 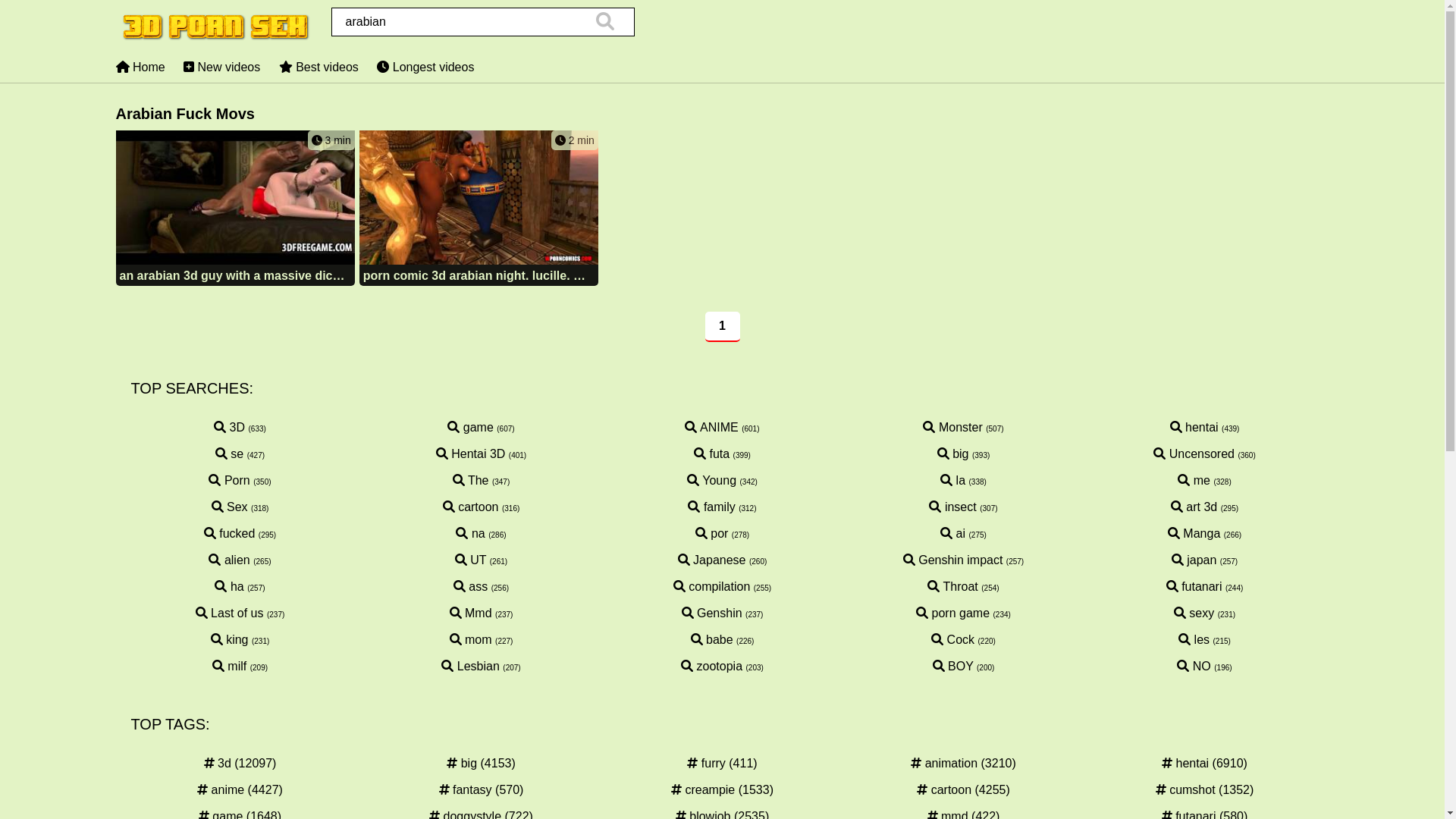 What do you see at coordinates (1203, 789) in the screenshot?
I see `'cumshot (1352)'` at bounding box center [1203, 789].